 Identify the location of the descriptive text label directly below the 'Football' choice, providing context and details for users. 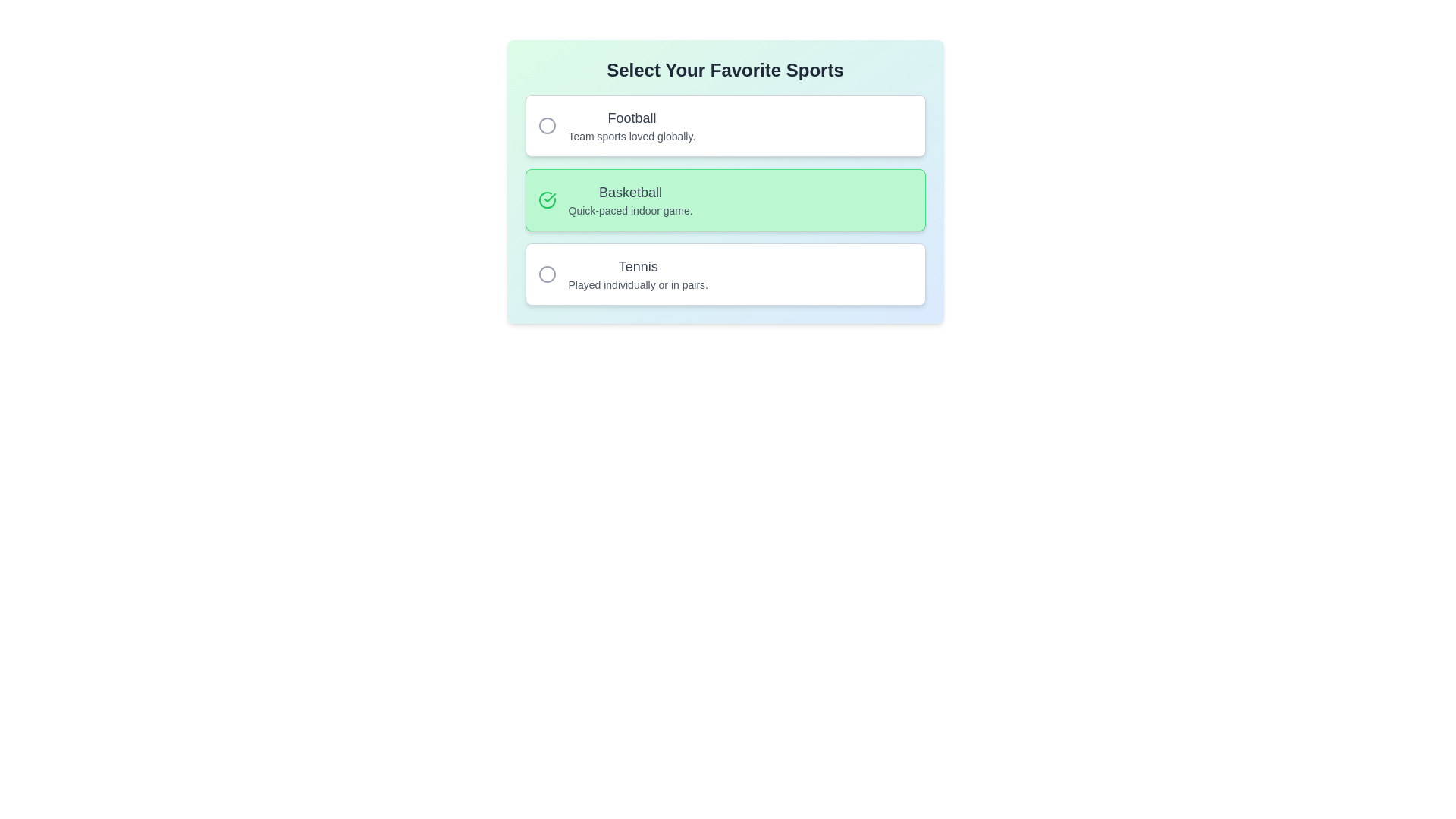
(632, 136).